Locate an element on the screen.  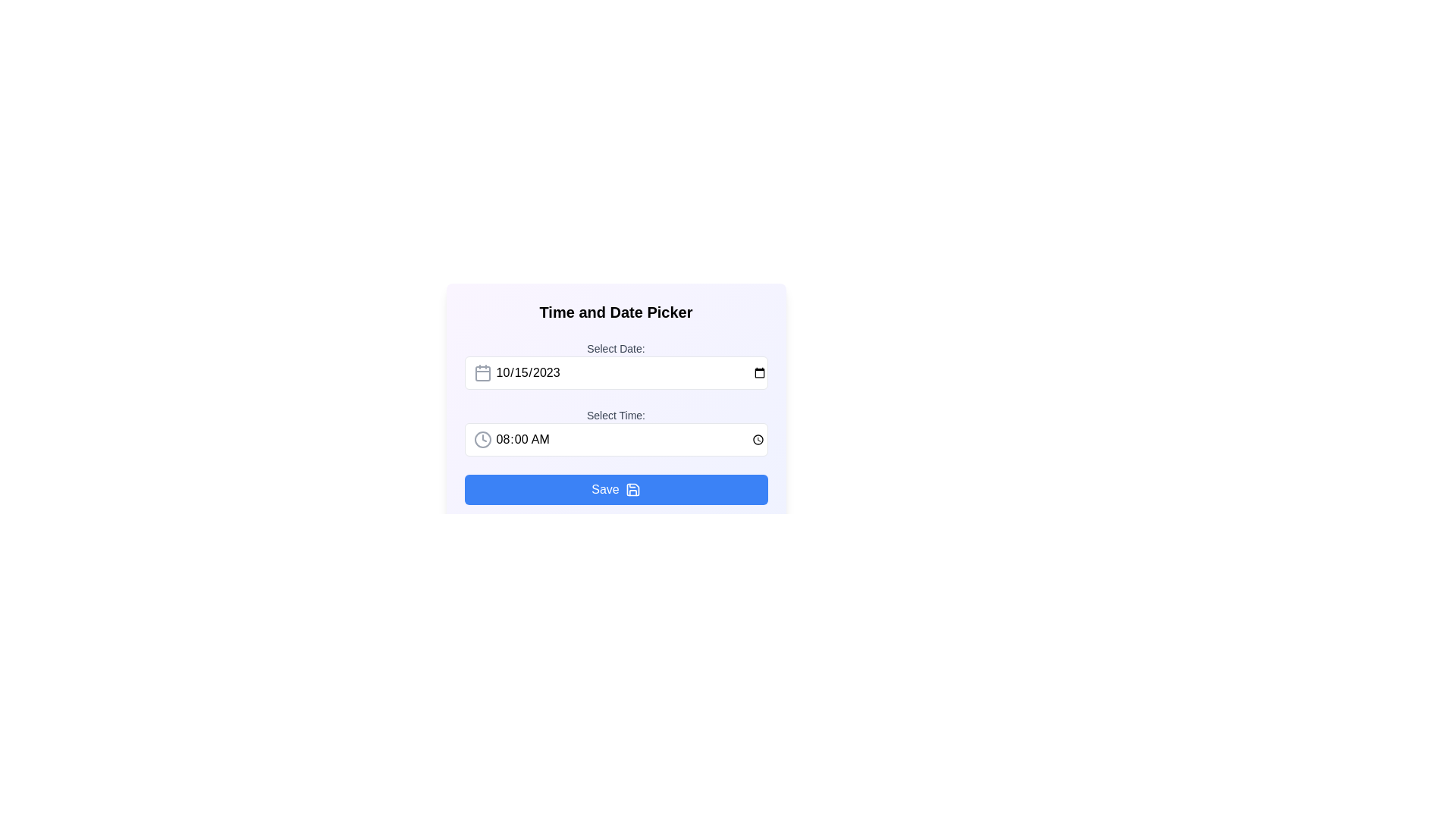
the input field labeled 'Select Time:' to set the time is located at coordinates (616, 432).